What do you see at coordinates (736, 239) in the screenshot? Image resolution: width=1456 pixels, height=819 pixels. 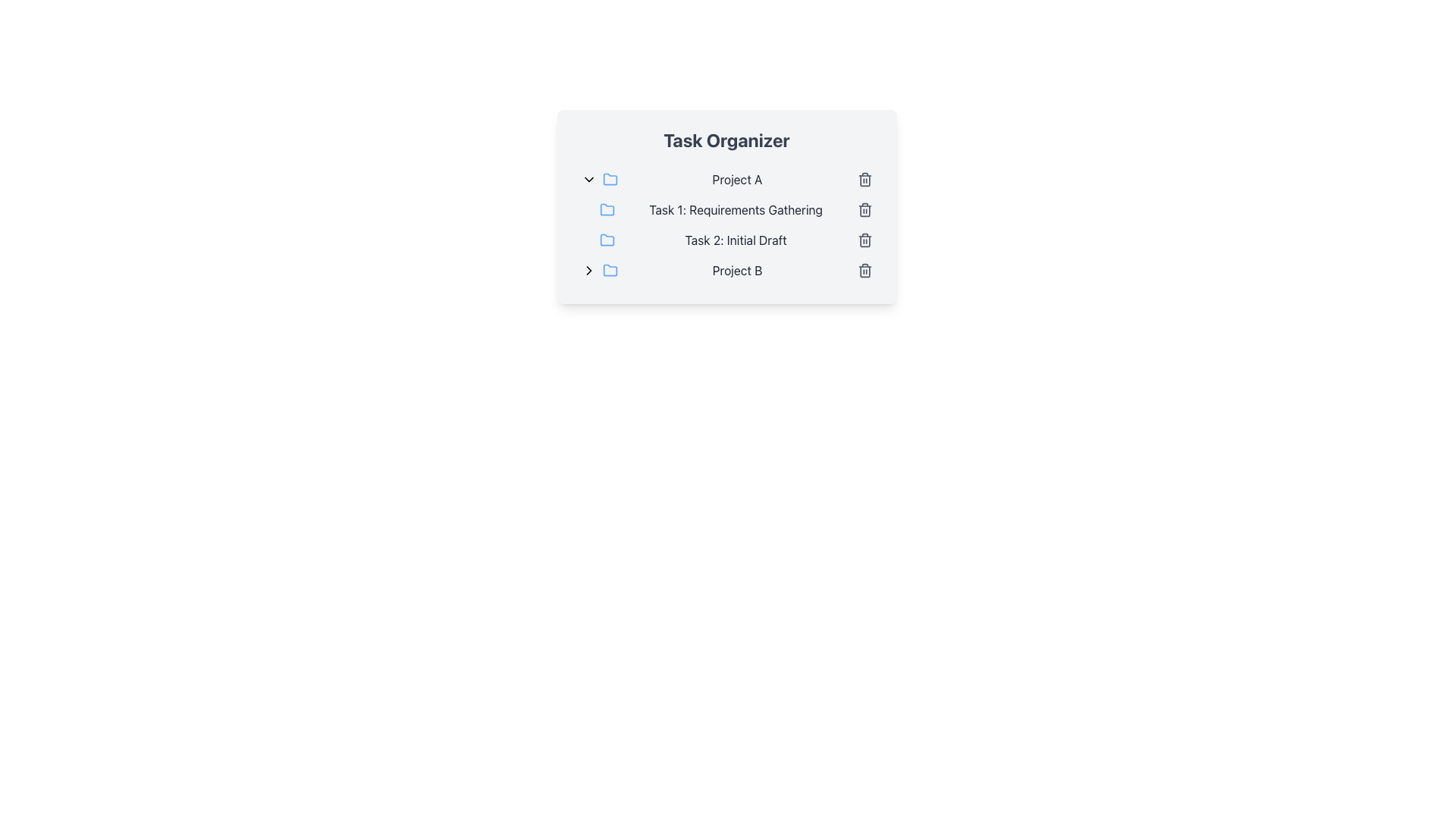 I see `the text display for 'Task 2: Initial Draft'` at bounding box center [736, 239].